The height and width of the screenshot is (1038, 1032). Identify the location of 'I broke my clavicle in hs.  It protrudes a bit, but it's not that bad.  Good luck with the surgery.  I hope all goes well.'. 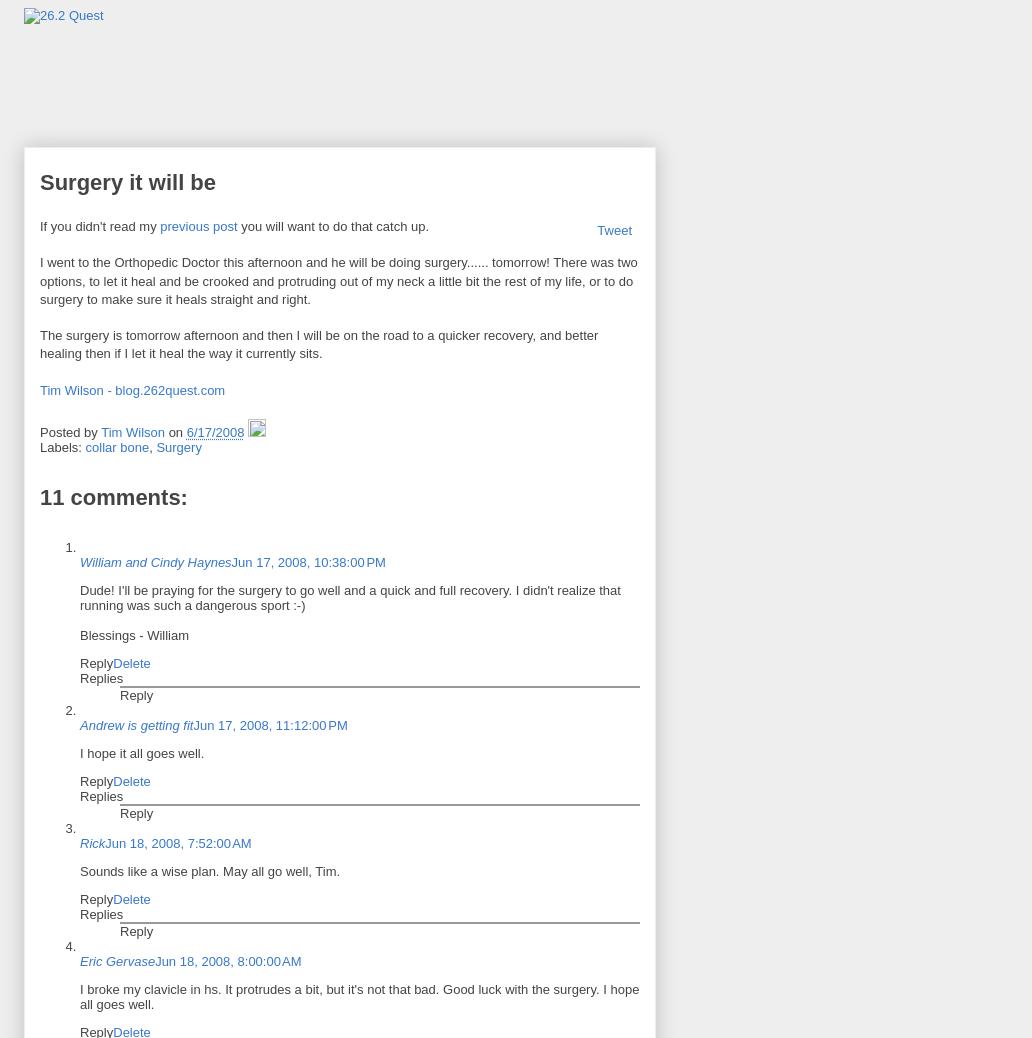
(79, 995).